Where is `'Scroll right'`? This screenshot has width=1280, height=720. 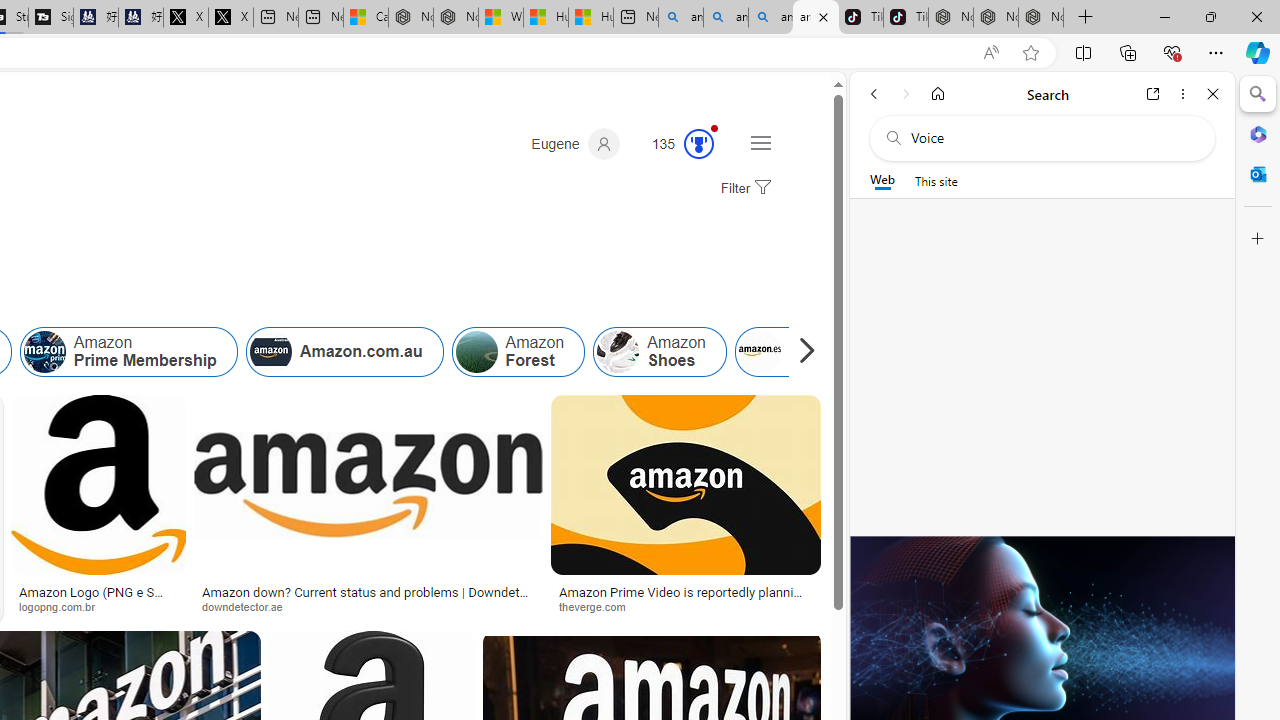
'Scroll right' is located at coordinates (801, 351).